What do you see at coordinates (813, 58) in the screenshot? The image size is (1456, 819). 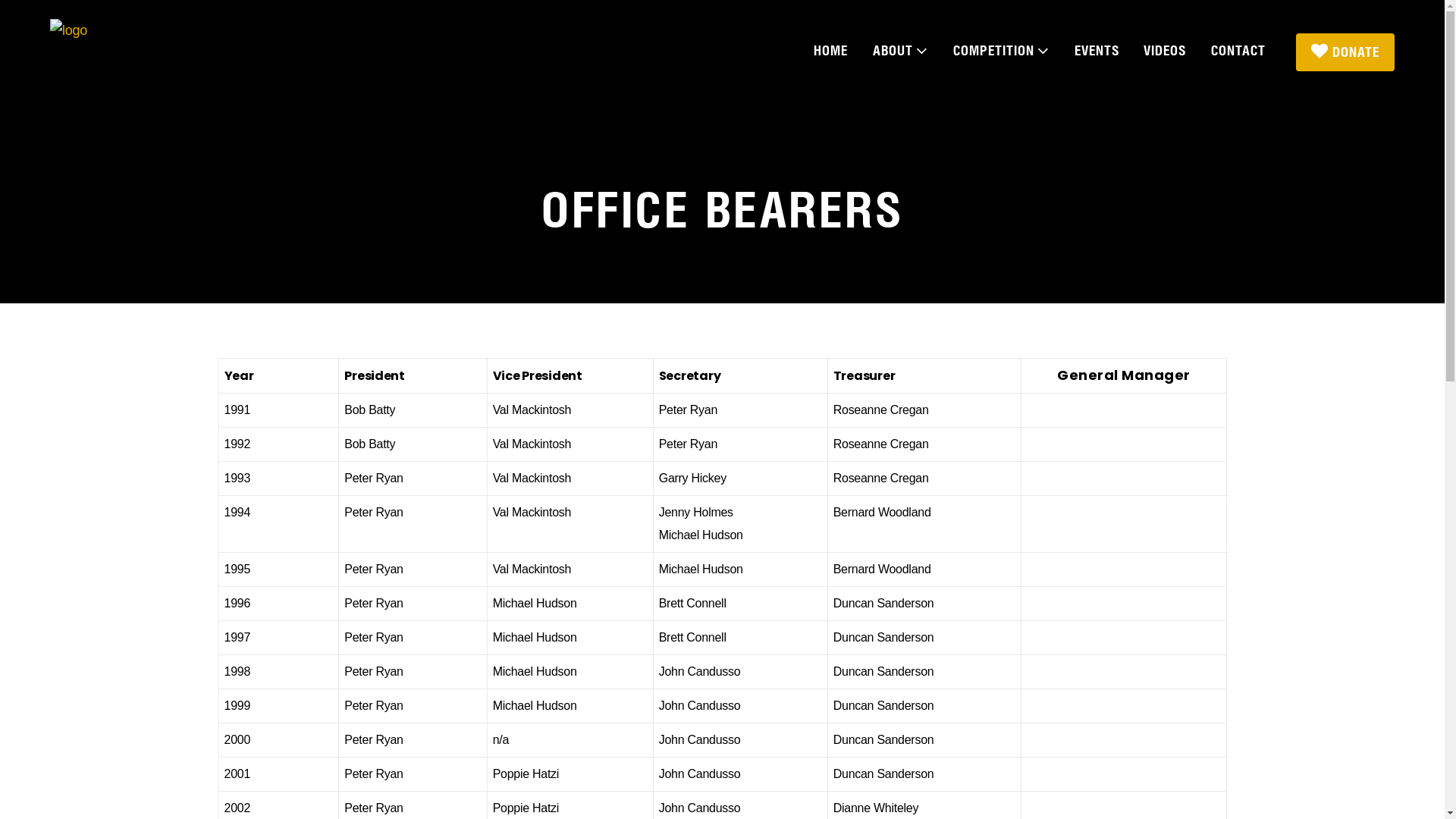 I see `'HOME'` at bounding box center [813, 58].